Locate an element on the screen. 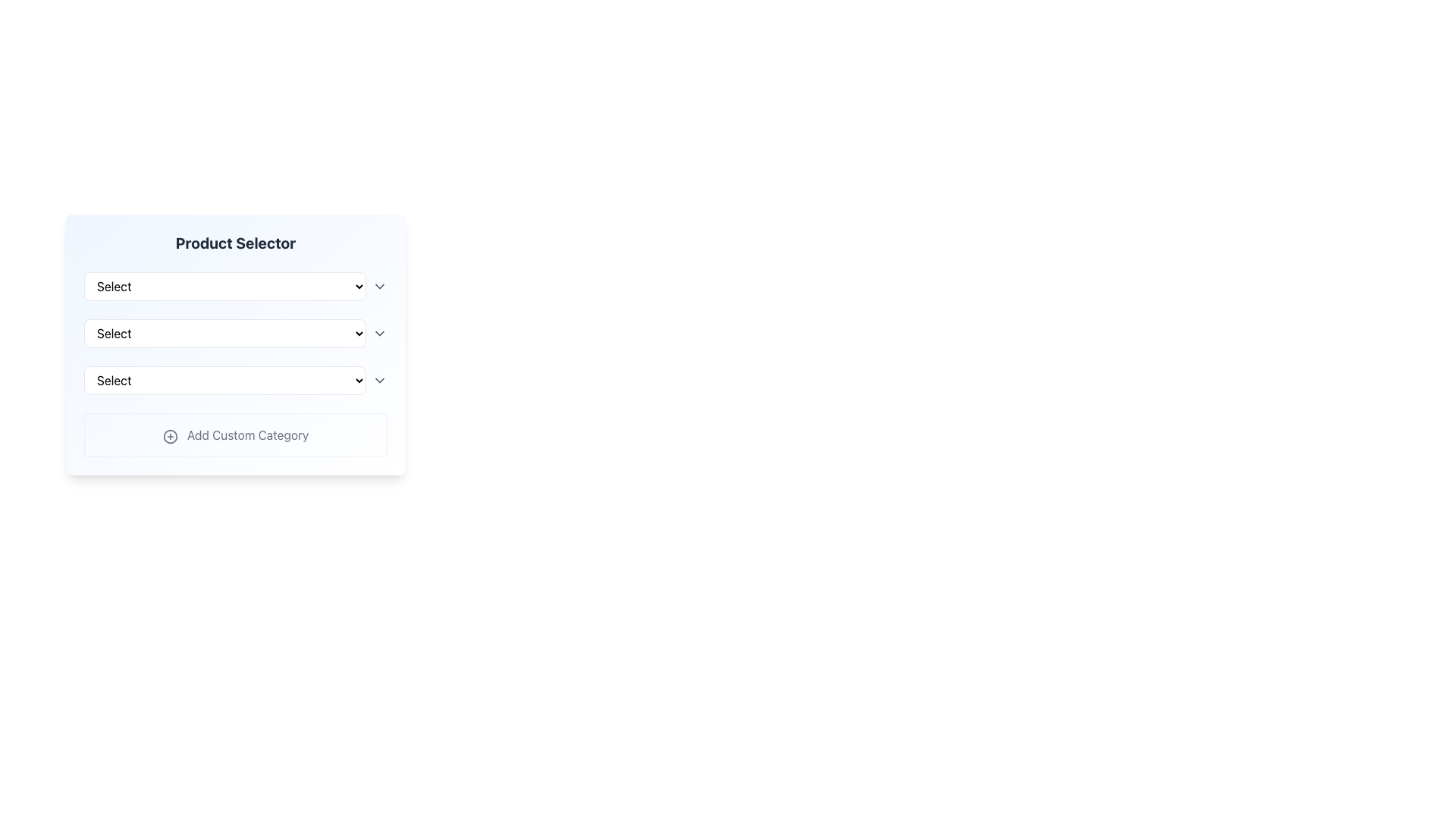  the dropdown menu labeled 'Select' is located at coordinates (224, 332).